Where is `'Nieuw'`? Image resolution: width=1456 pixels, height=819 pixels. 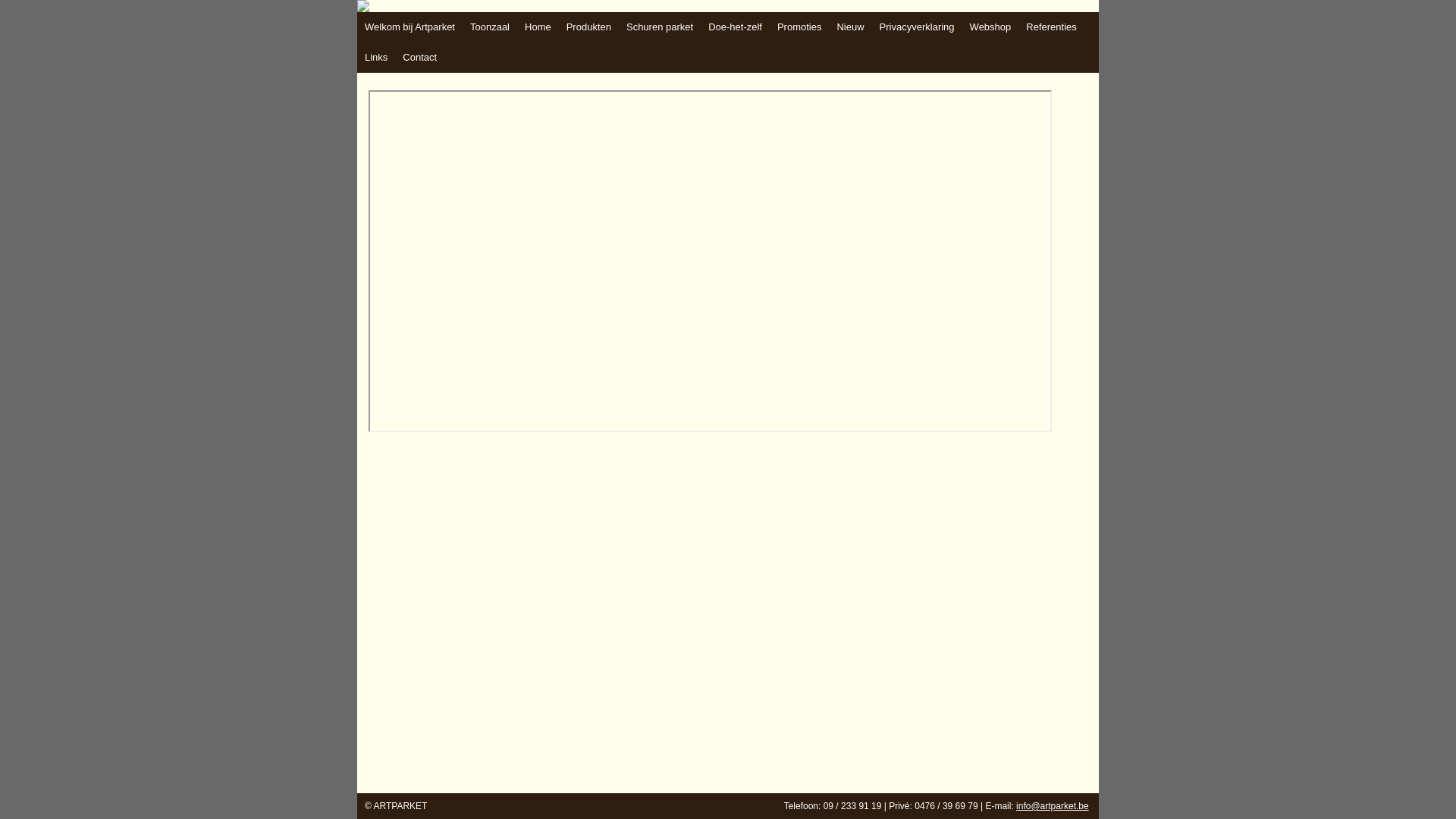 'Nieuw' is located at coordinates (850, 27).